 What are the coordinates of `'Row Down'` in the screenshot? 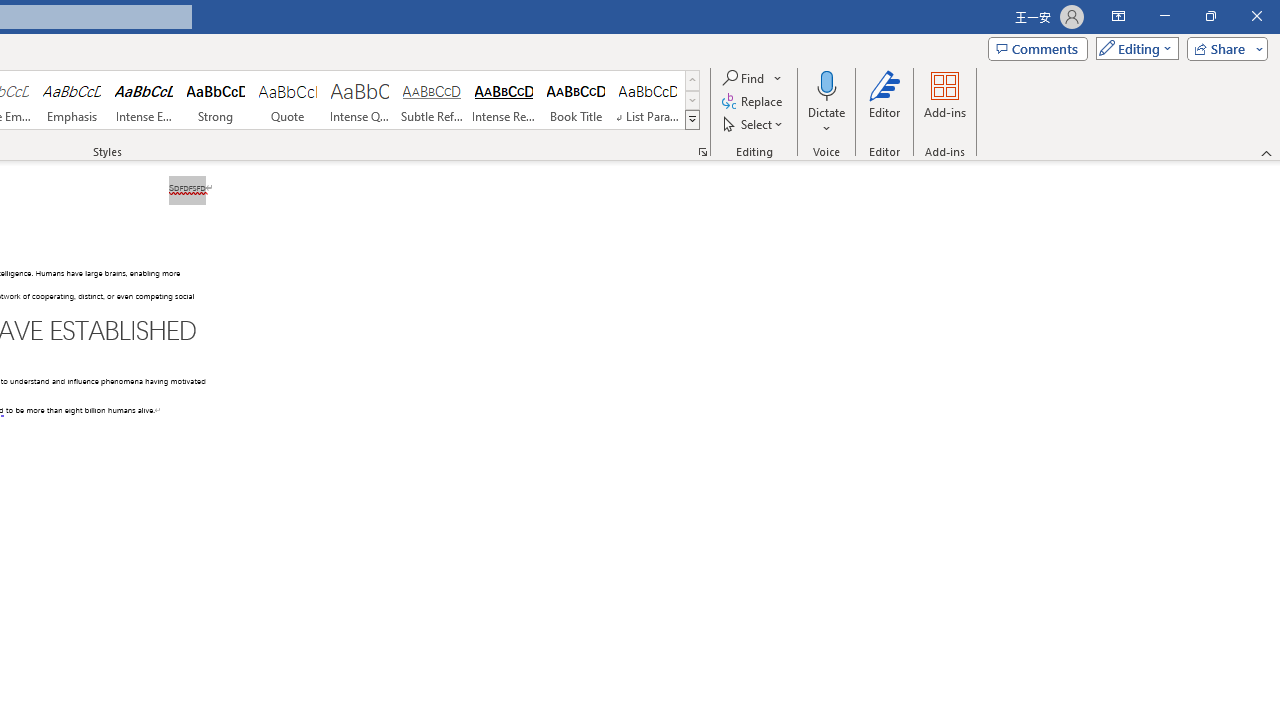 It's located at (692, 100).